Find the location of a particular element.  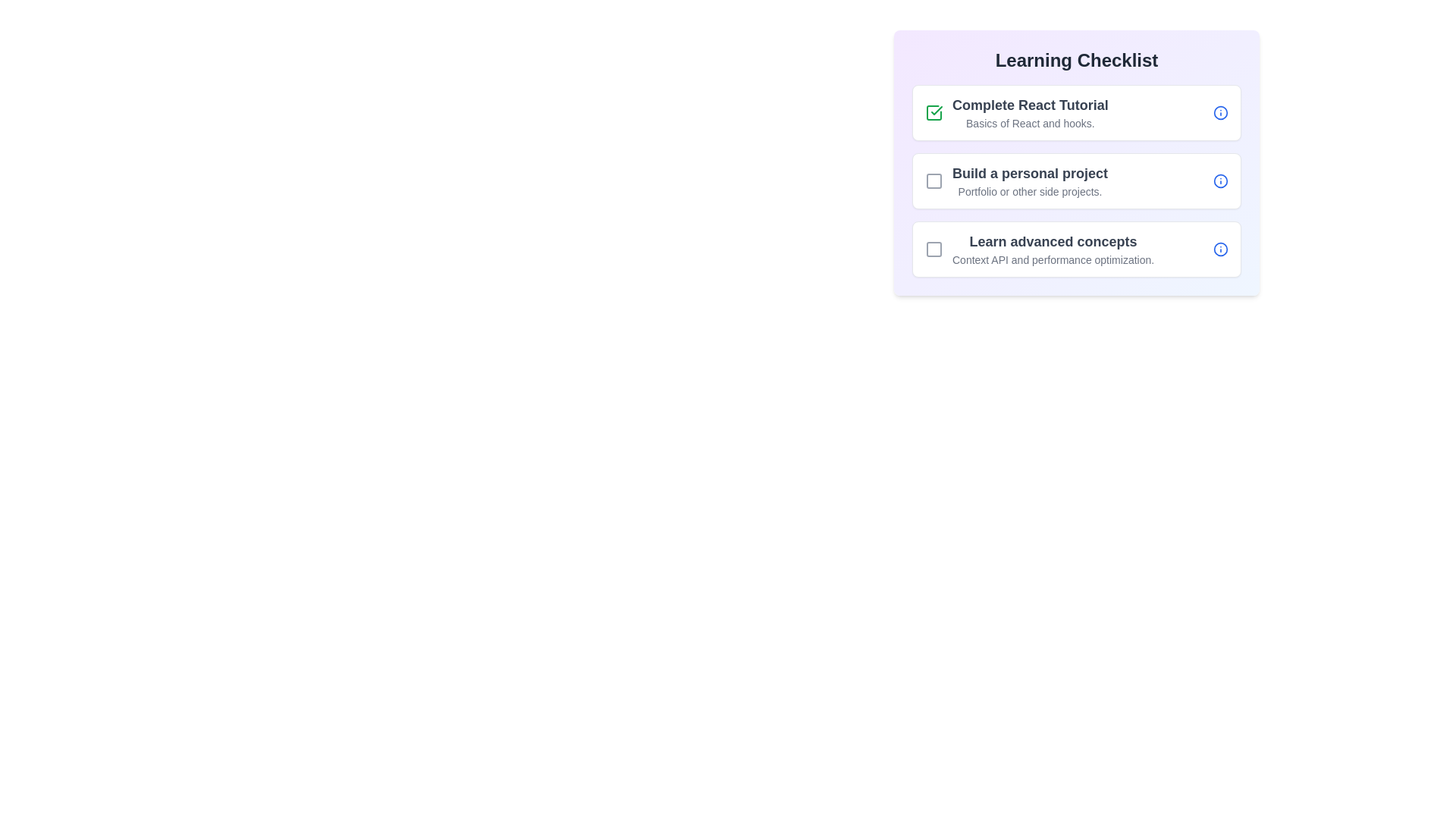

the information icon of the item with title 'Learn advanced concepts' is located at coordinates (1220, 248).